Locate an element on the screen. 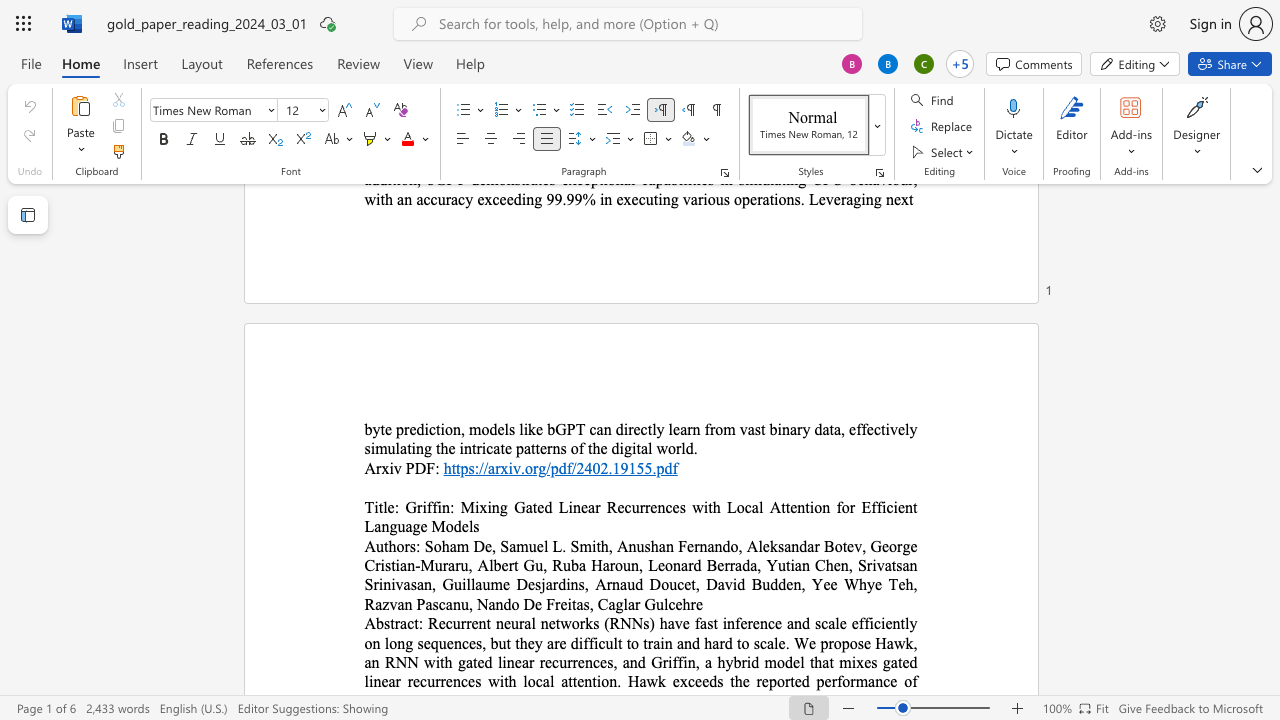 The height and width of the screenshot is (720, 1280). the space between the continuous character "r" and "y" in the text is located at coordinates (803, 428).